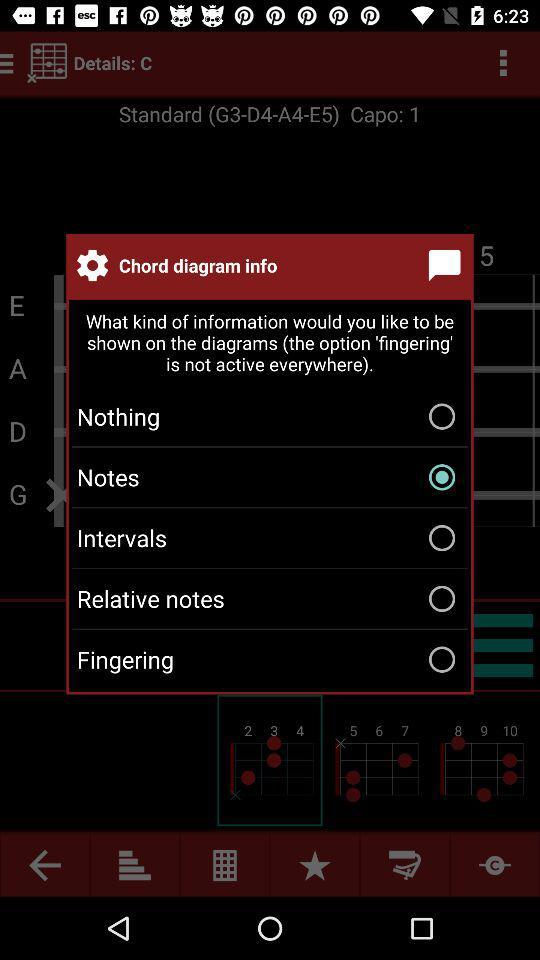 The height and width of the screenshot is (960, 540). What do you see at coordinates (270, 415) in the screenshot?
I see `nothing` at bounding box center [270, 415].